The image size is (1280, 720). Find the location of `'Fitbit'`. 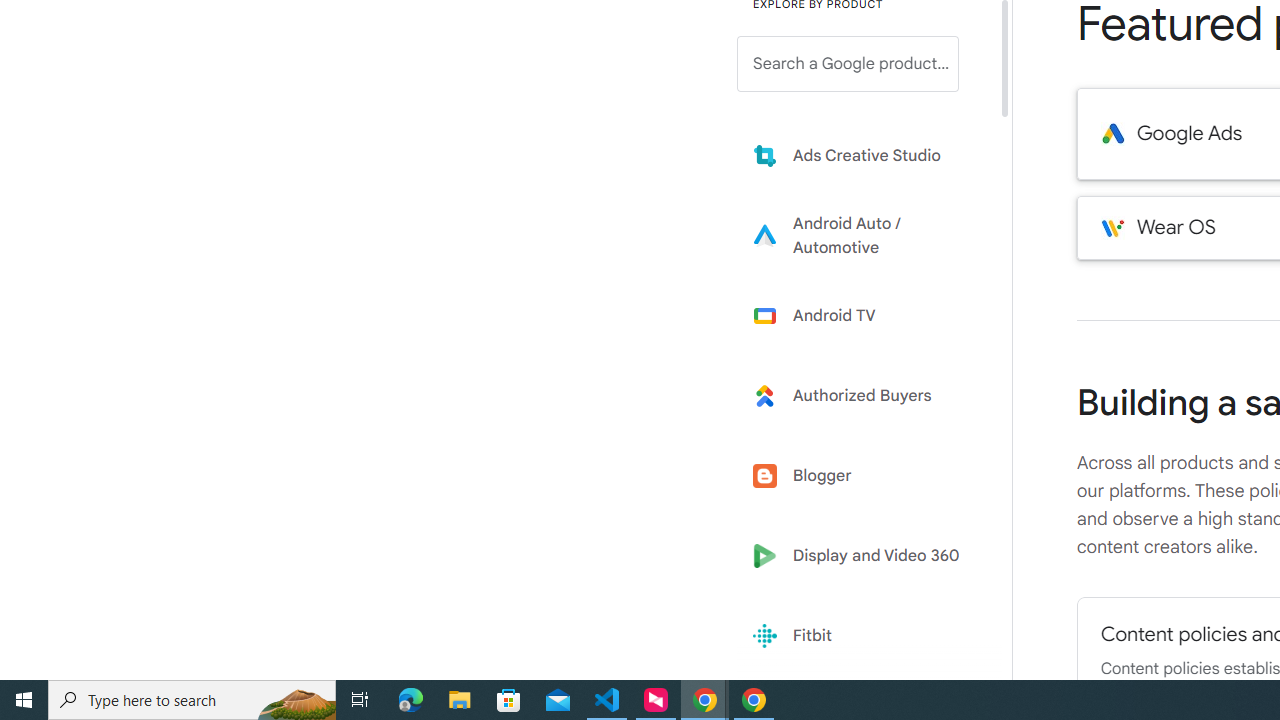

'Fitbit' is located at coordinates (862, 636).